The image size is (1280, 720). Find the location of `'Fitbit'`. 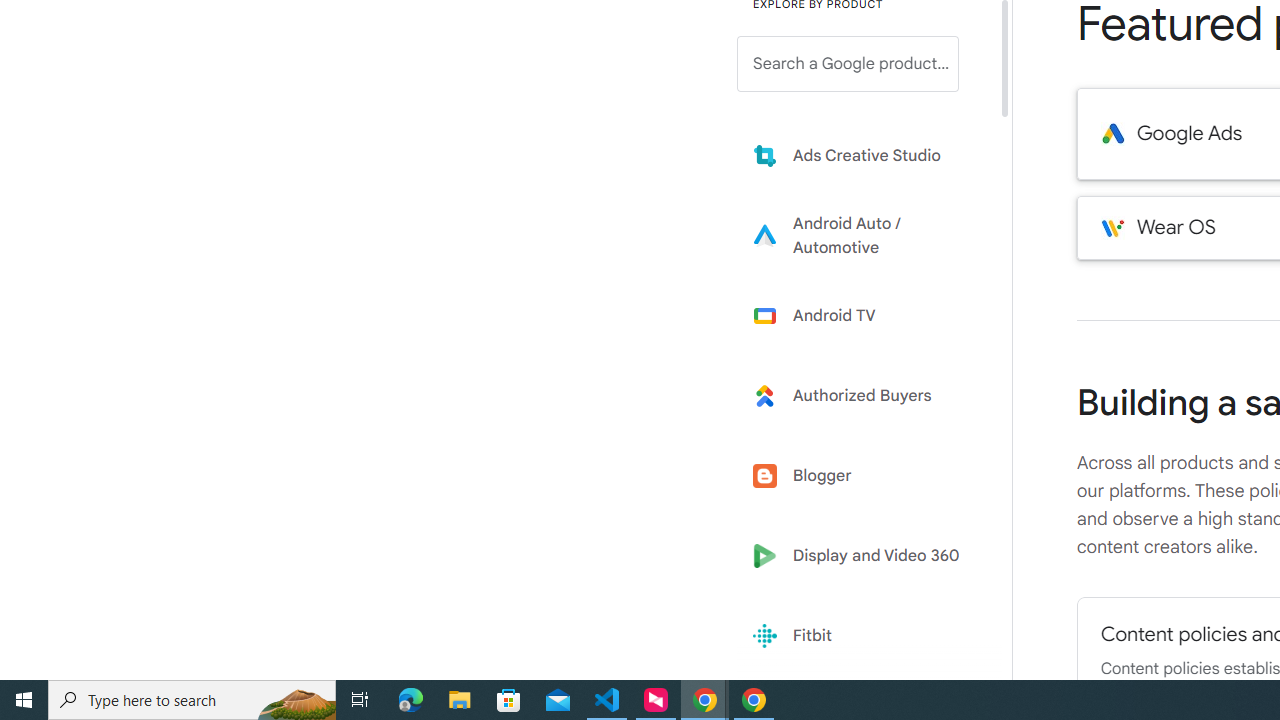

'Fitbit' is located at coordinates (862, 636).